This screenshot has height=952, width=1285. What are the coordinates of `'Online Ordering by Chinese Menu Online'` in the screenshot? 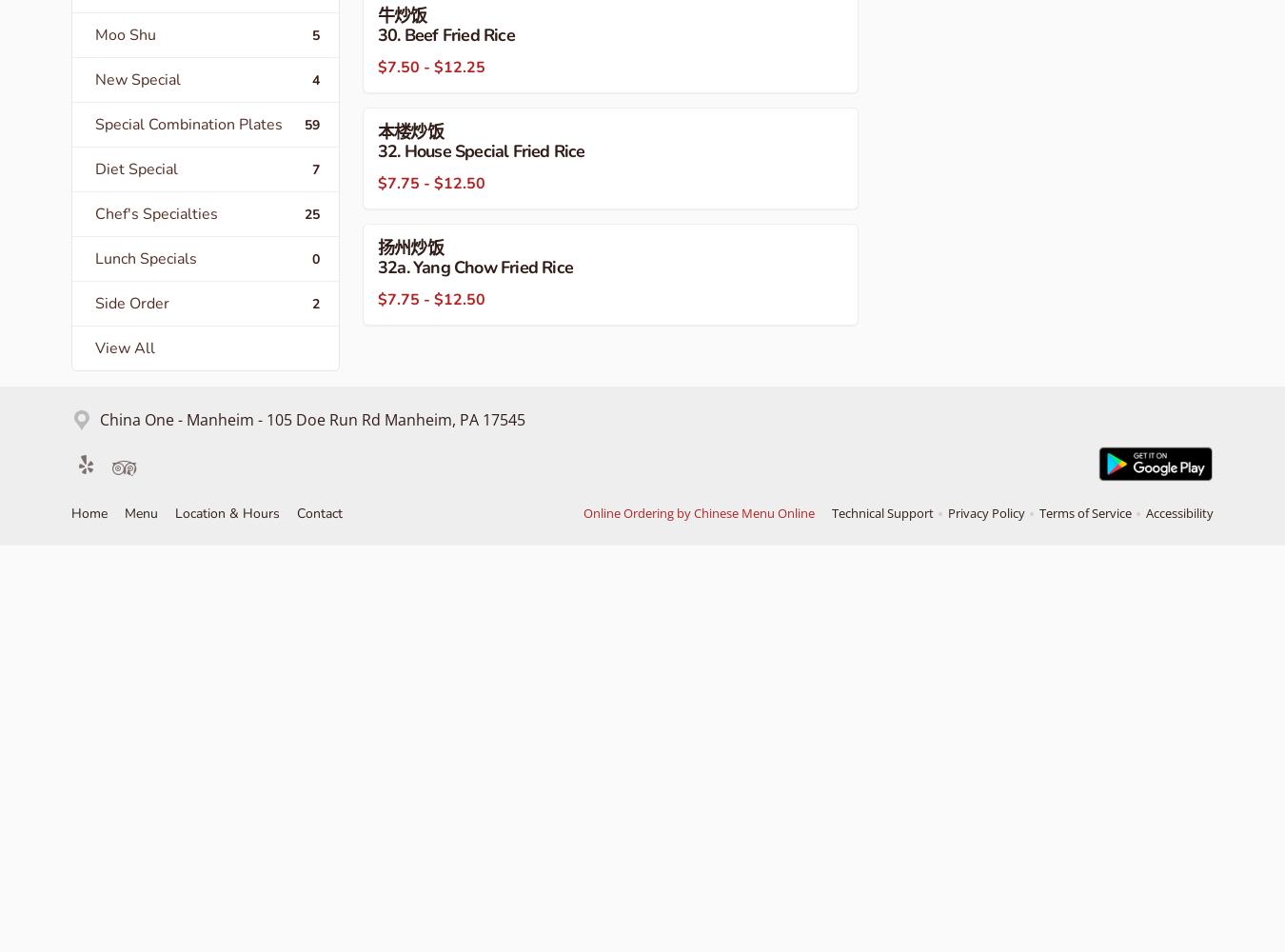 It's located at (583, 513).